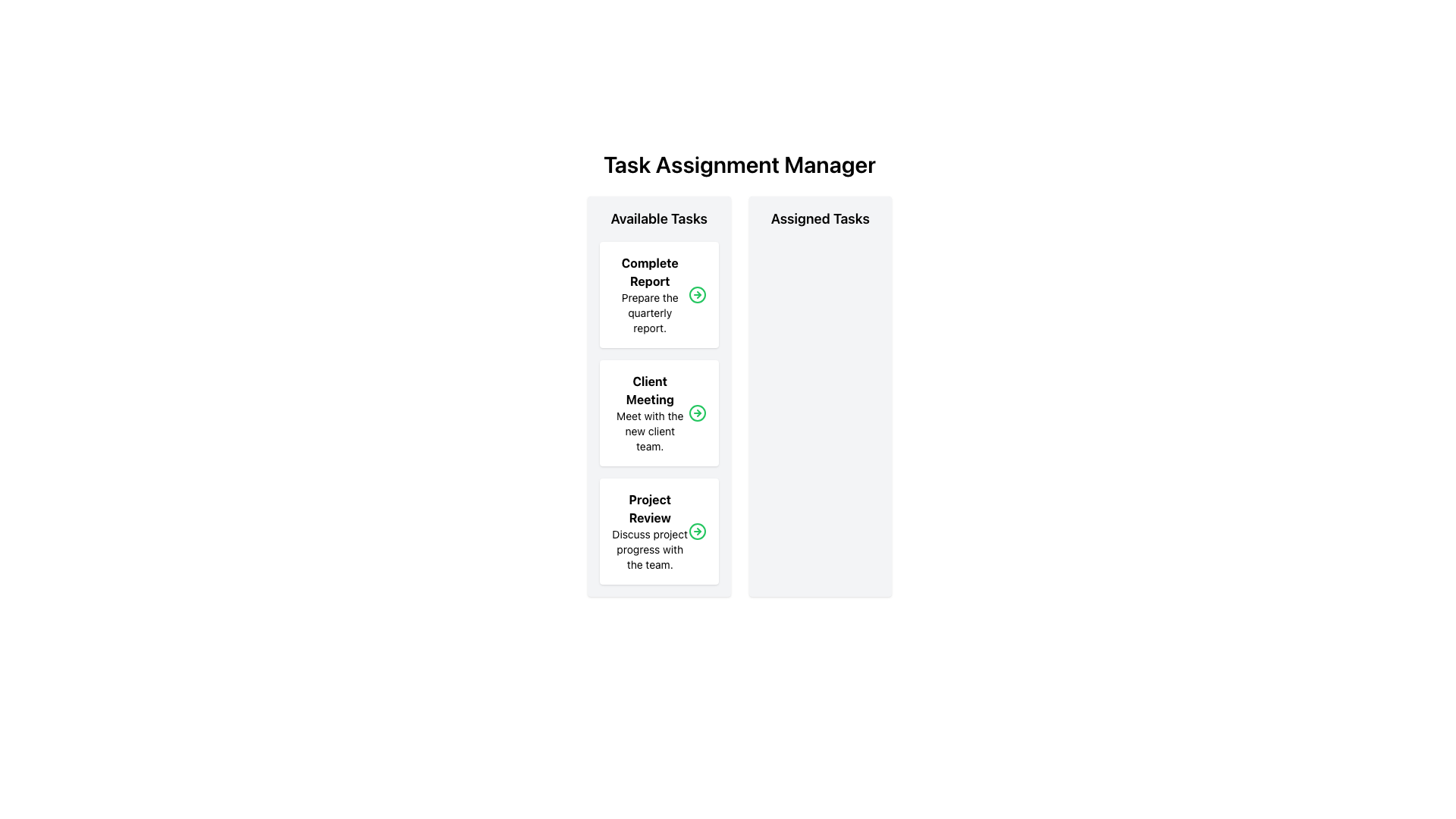  Describe the element at coordinates (696, 413) in the screenshot. I see `the decorative boundary of the circular arrow icon indicating a clickable action in the 'Client Meeting' task card within the 'Available Tasks' section` at that location.